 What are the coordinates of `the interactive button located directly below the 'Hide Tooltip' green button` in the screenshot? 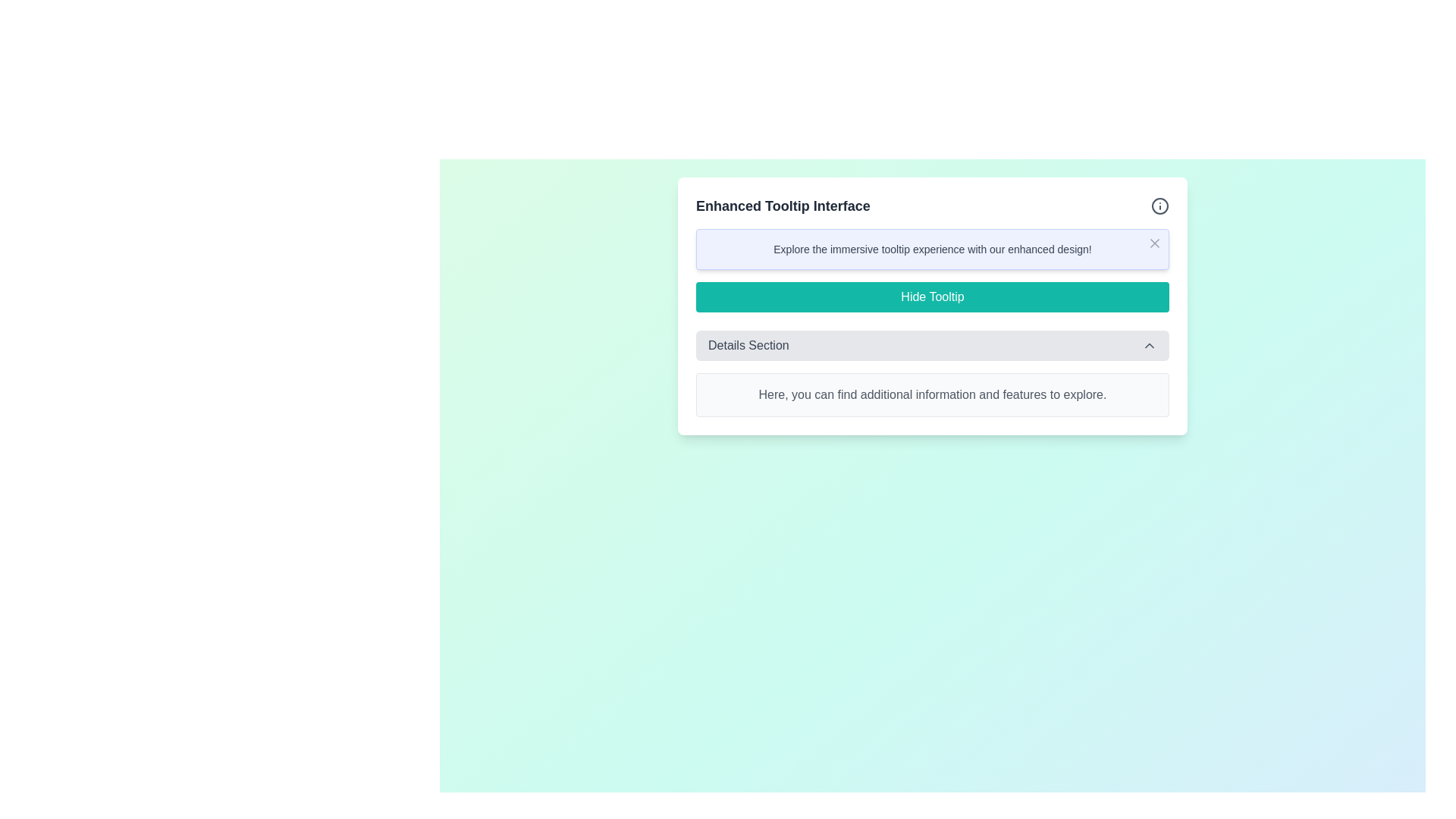 It's located at (931, 345).